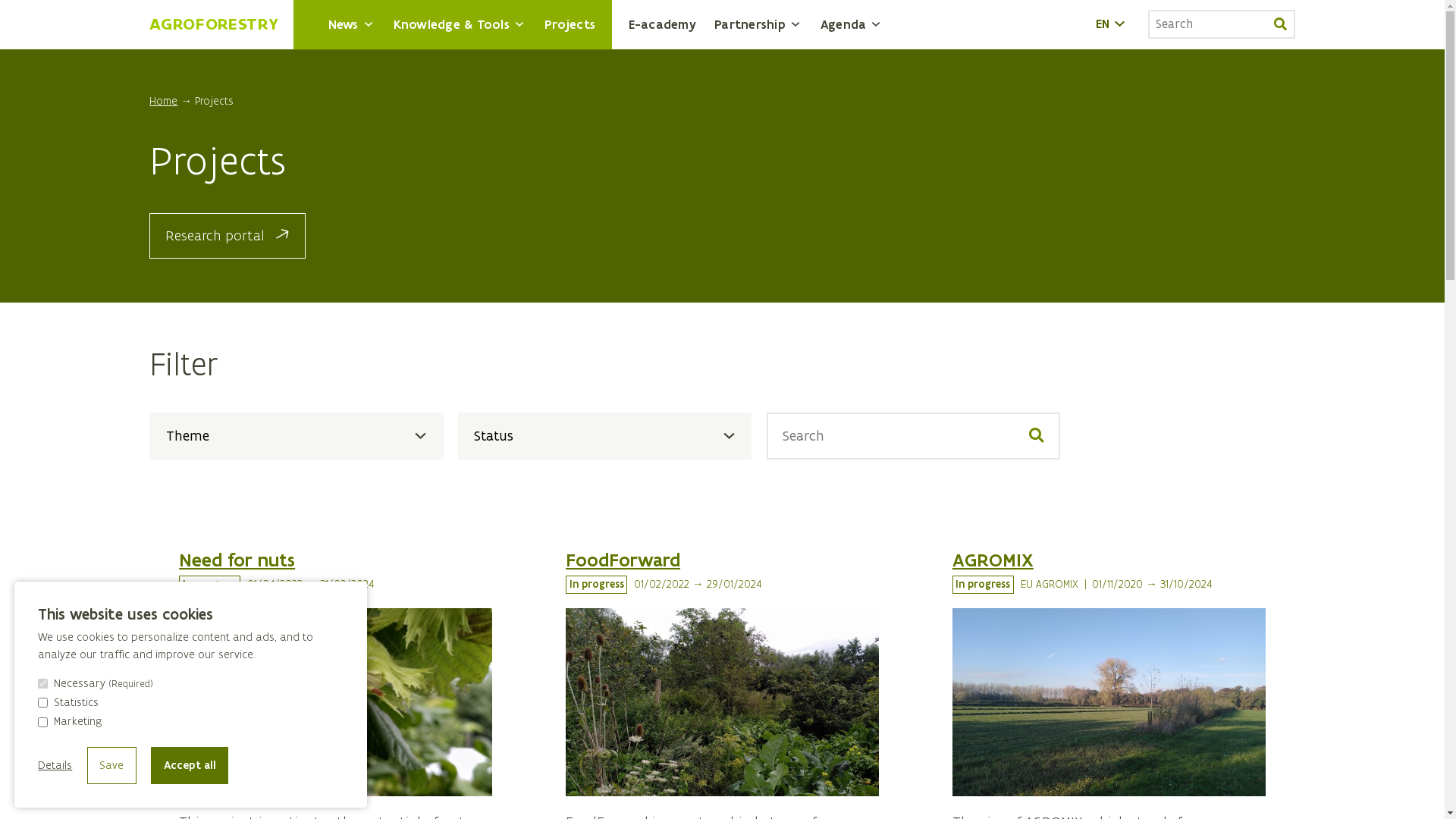  I want to click on 'E-academy', so click(662, 24).